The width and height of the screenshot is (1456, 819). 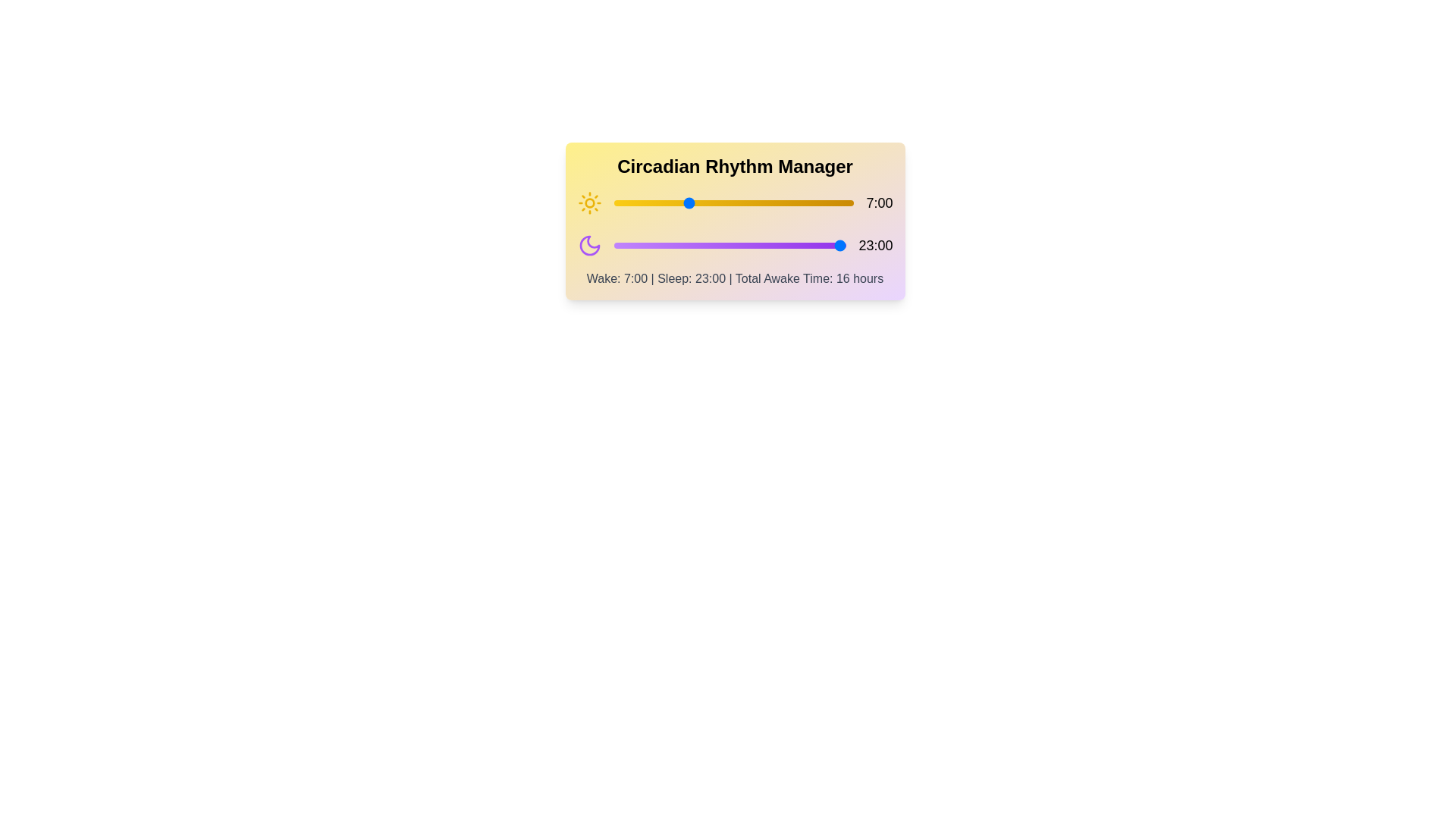 I want to click on the wake hour to 18 by moving the slider, so click(x=801, y=202).